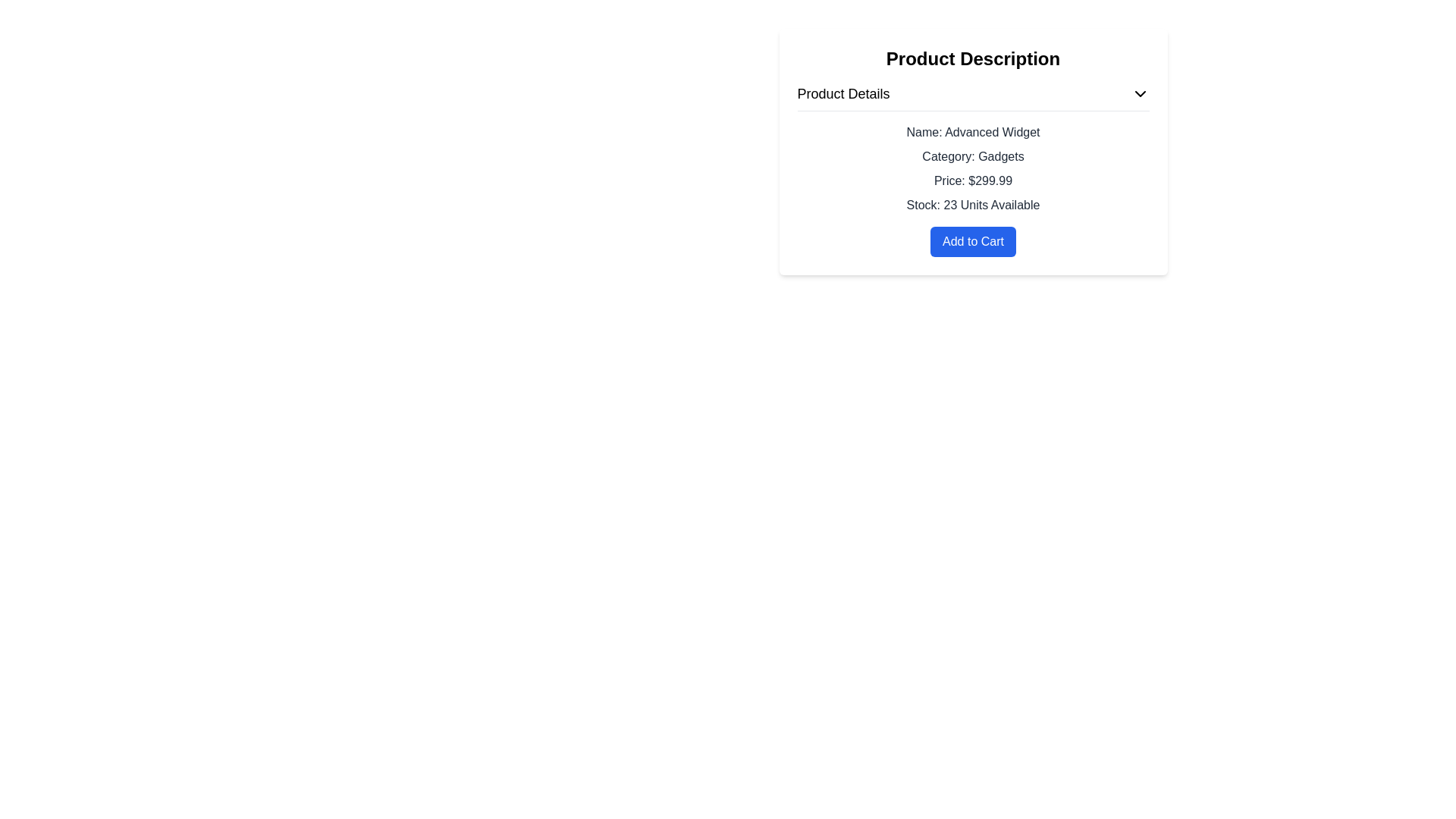 This screenshot has height=819, width=1456. I want to click on the text label displaying 'Price: $299.99', which is centrally located in the 'Product Description' card, positioned between 'Category: Gadgets' and 'Stock: 23 Units Available', so click(973, 180).